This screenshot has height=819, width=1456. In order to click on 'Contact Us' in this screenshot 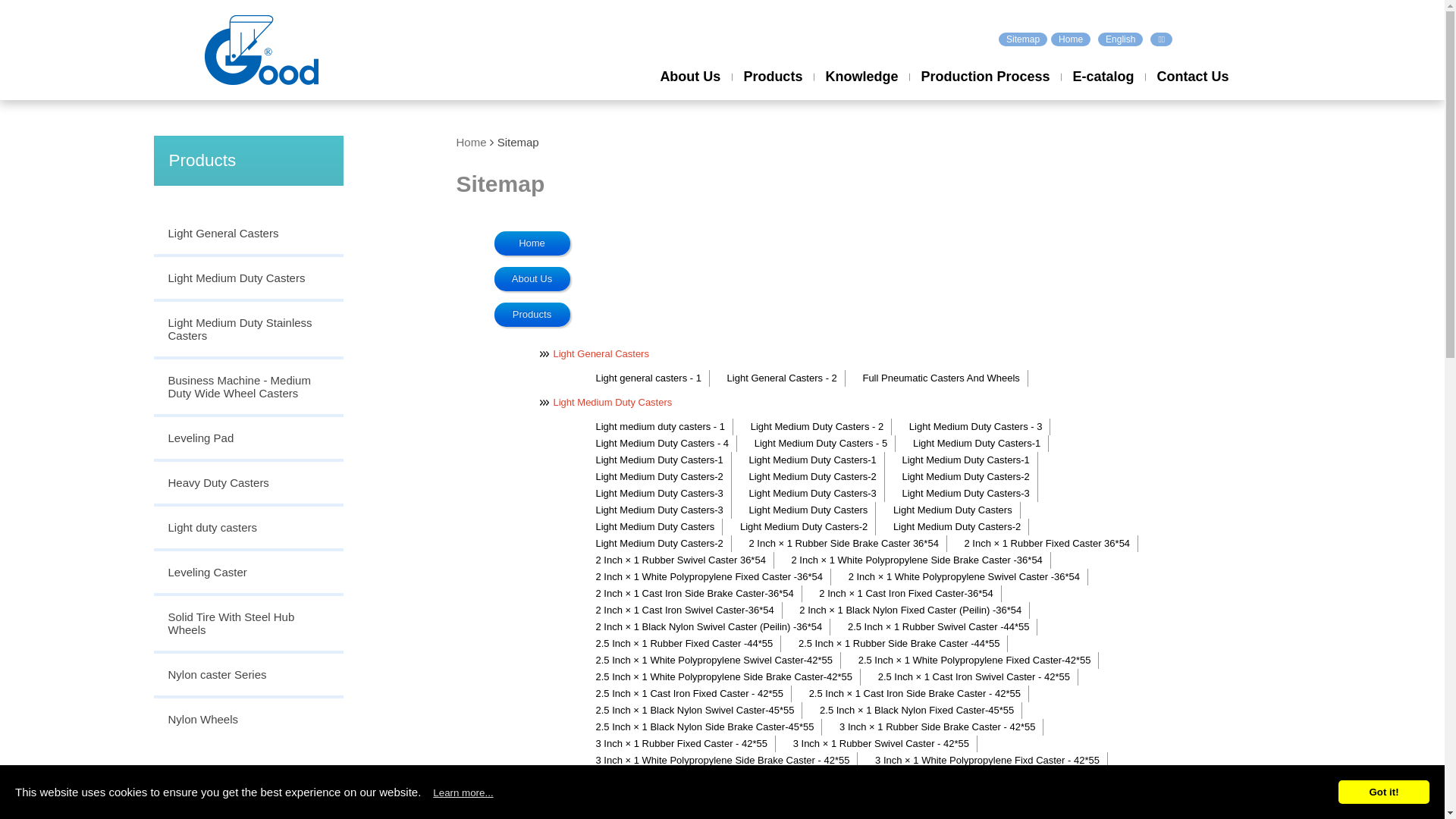, I will do `click(1191, 90)`.